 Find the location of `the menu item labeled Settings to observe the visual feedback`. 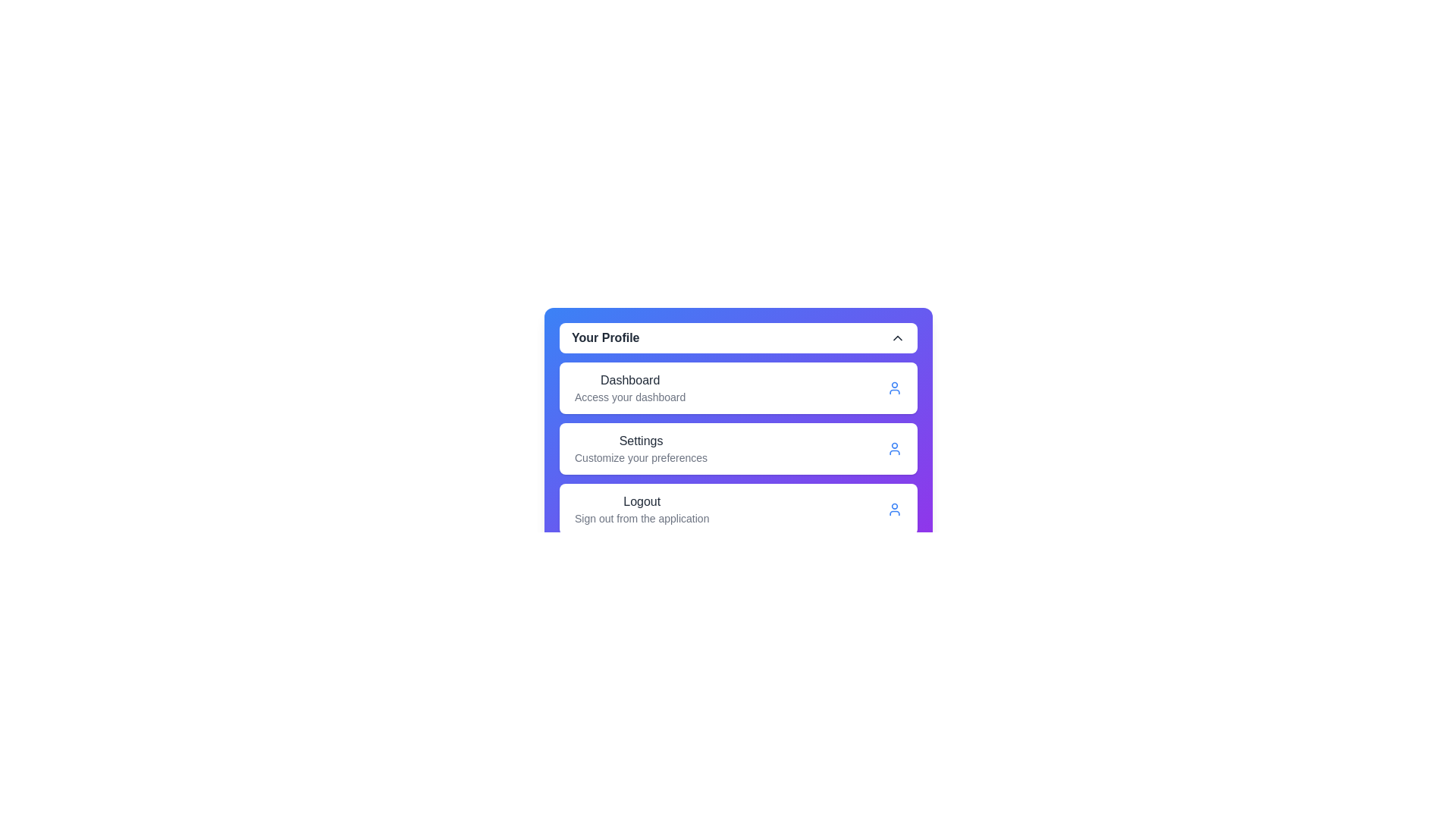

the menu item labeled Settings to observe the visual feedback is located at coordinates (640, 447).